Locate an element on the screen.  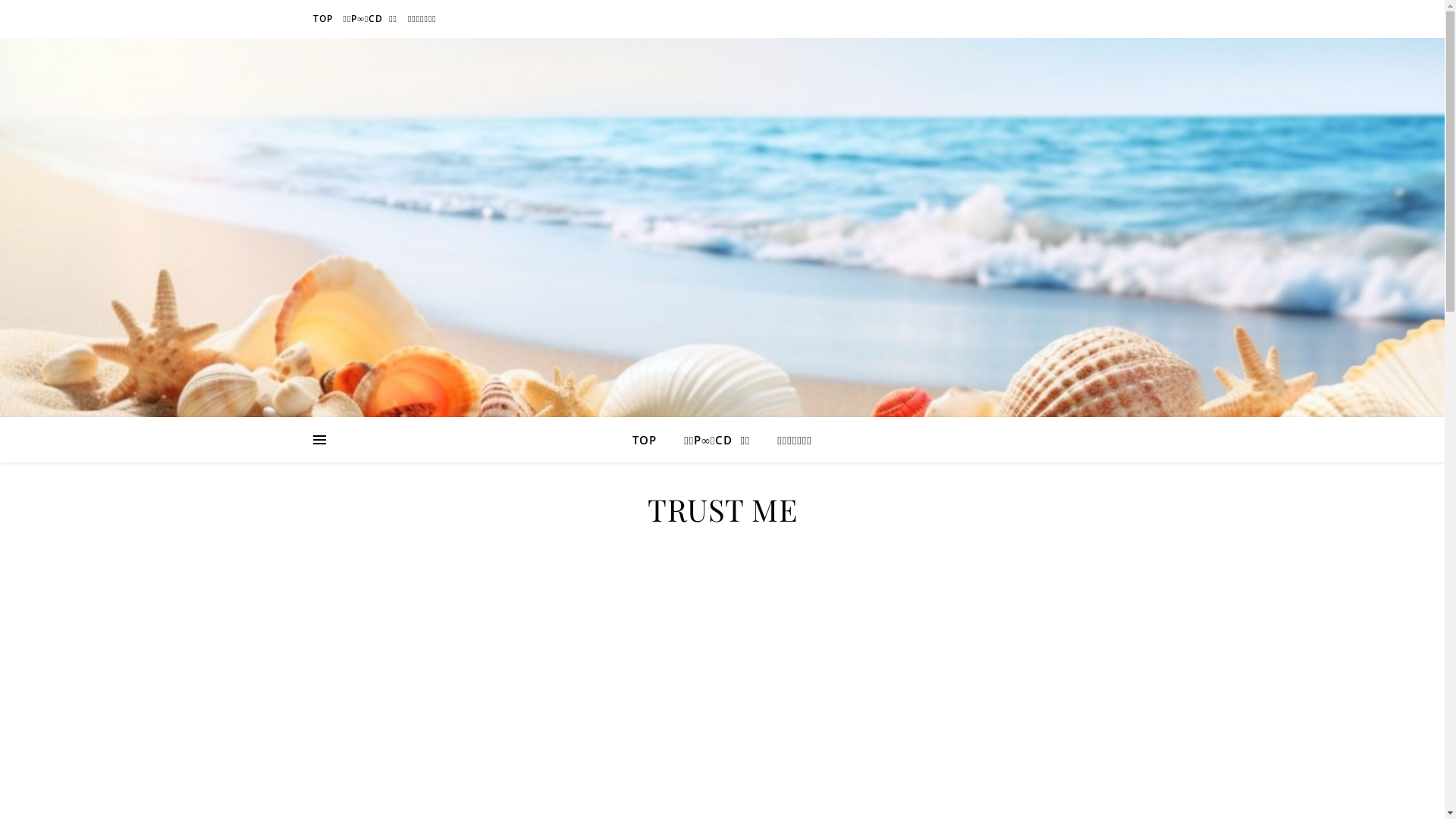
'TOP' is located at coordinates (323, 18).